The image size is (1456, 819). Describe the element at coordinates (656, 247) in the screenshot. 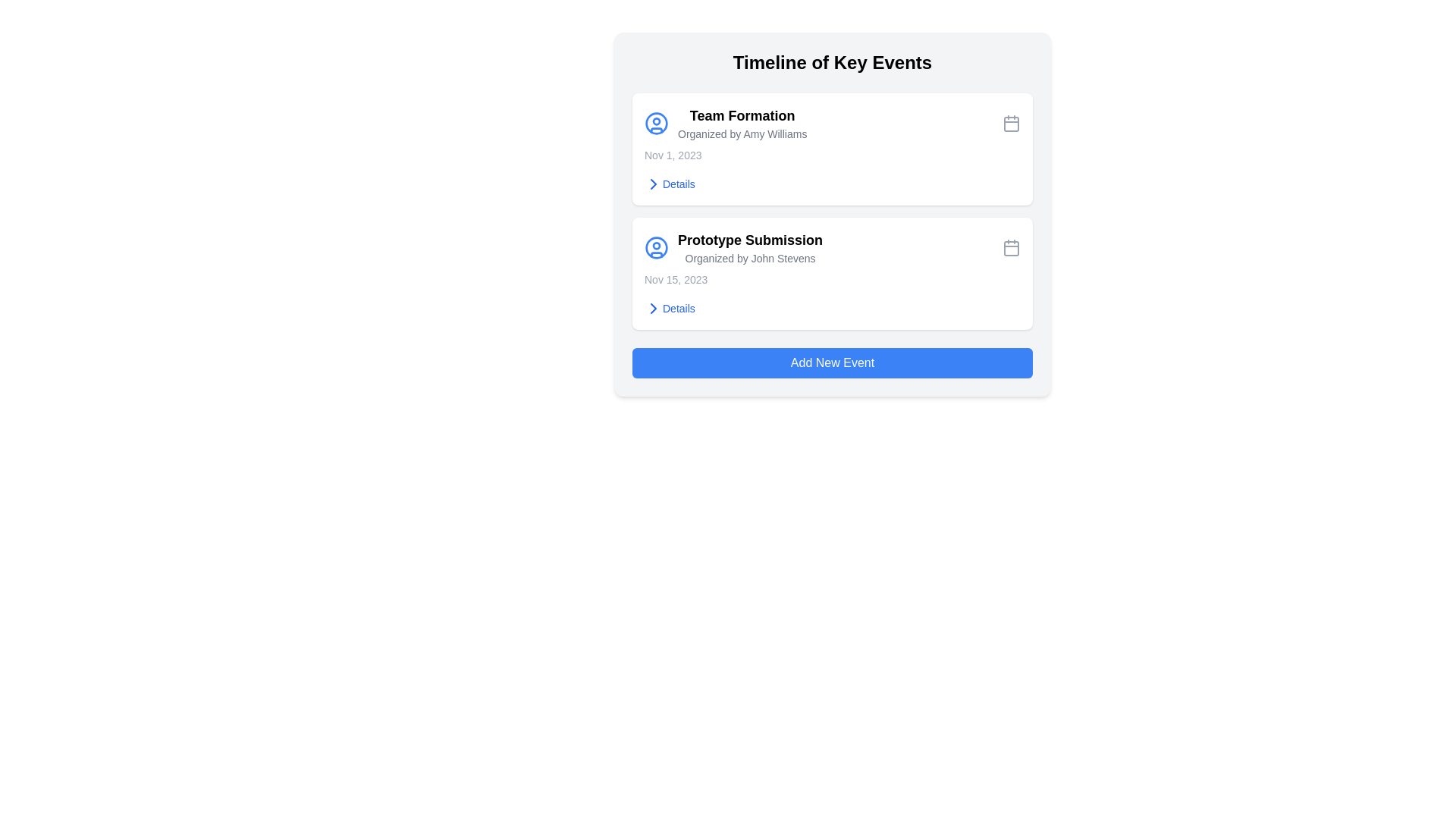

I see `the user profile icon located at the top-left corner of the 'Prototype Submission' card in the 'Timeline of Key Events' section, which is positioned before the text 'Prototype Submission' and 'Organized by John Stevens'` at that location.